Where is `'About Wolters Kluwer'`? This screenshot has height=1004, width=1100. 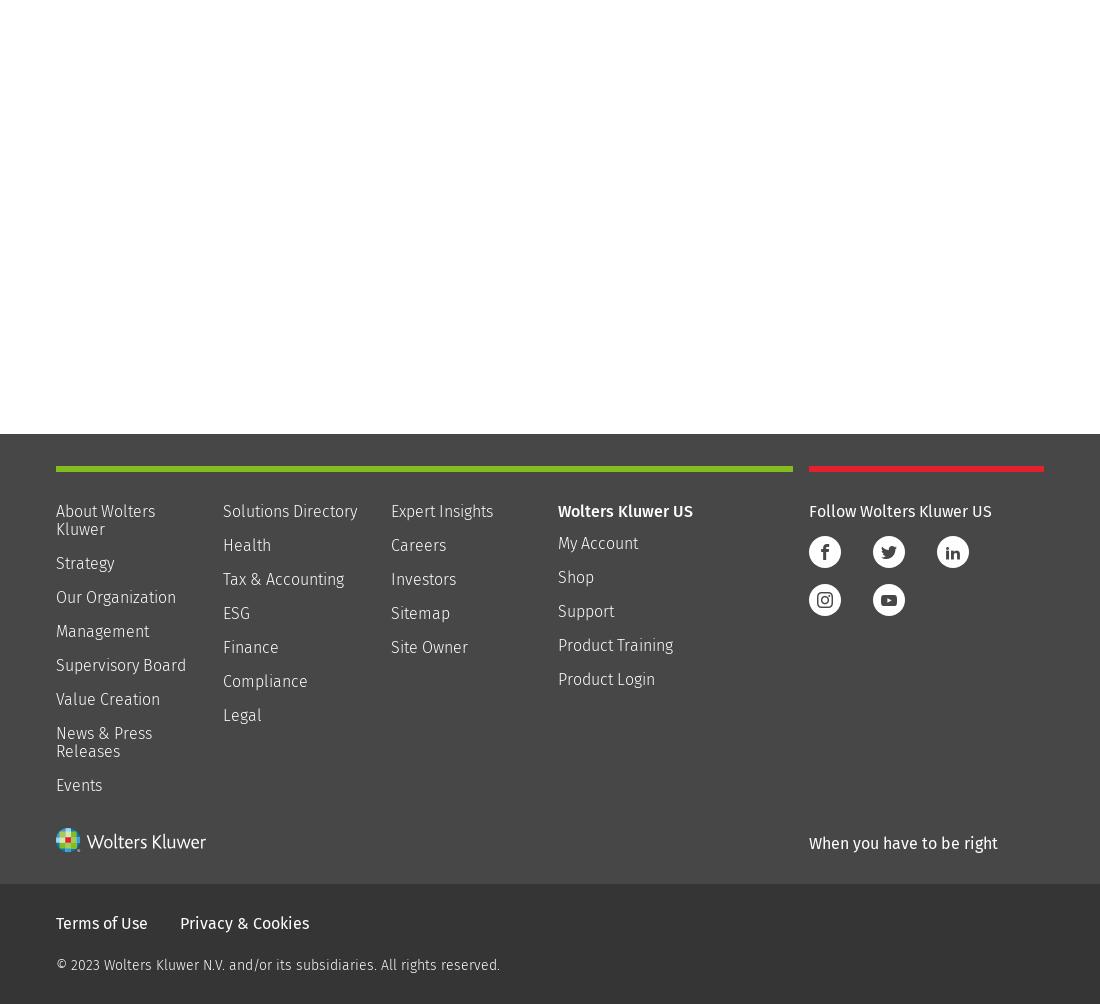 'About Wolters Kluwer' is located at coordinates (105, 519).